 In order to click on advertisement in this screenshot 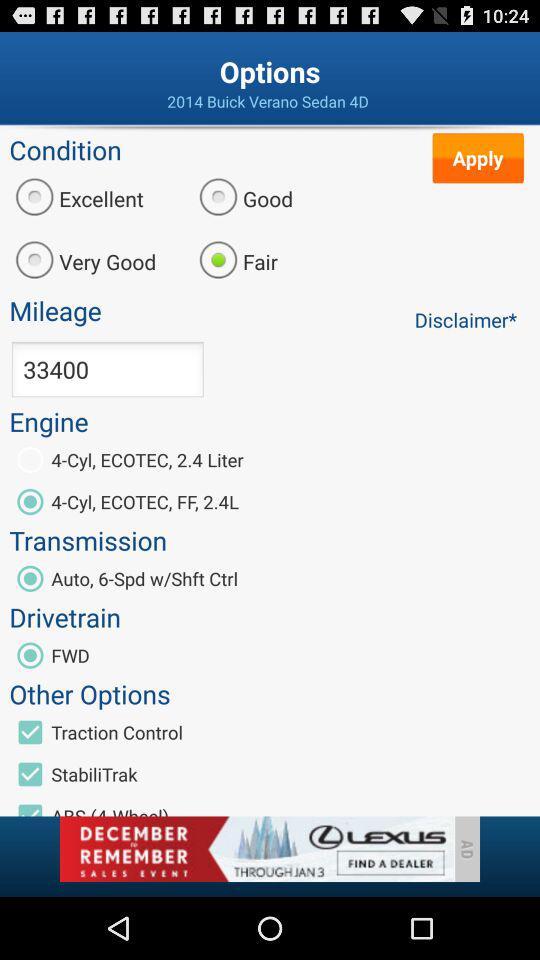, I will do `click(256, 848)`.